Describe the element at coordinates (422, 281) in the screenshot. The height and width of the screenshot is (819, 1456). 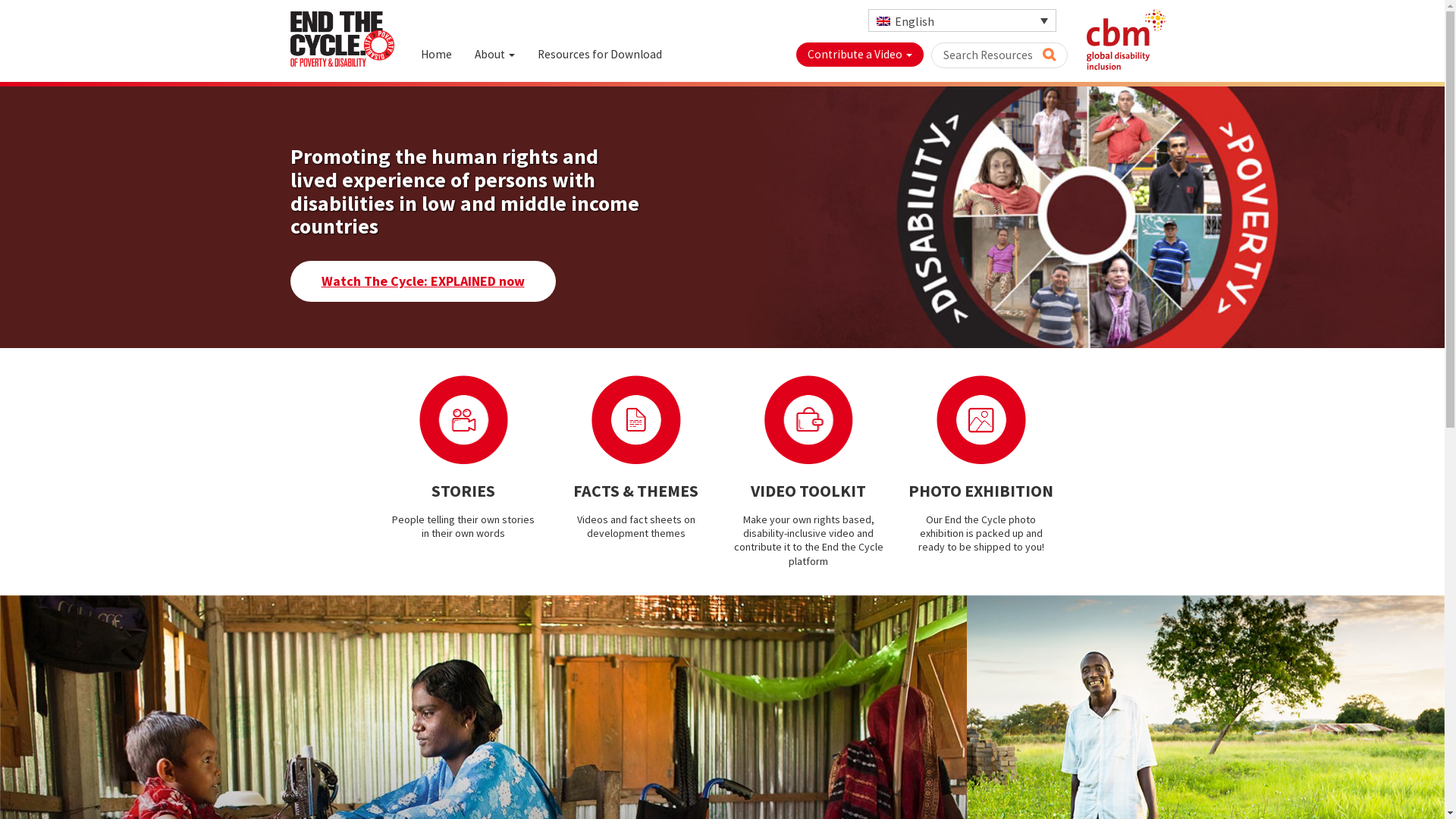
I see `'Watch The Cycle: EXPLAINED now'` at that location.